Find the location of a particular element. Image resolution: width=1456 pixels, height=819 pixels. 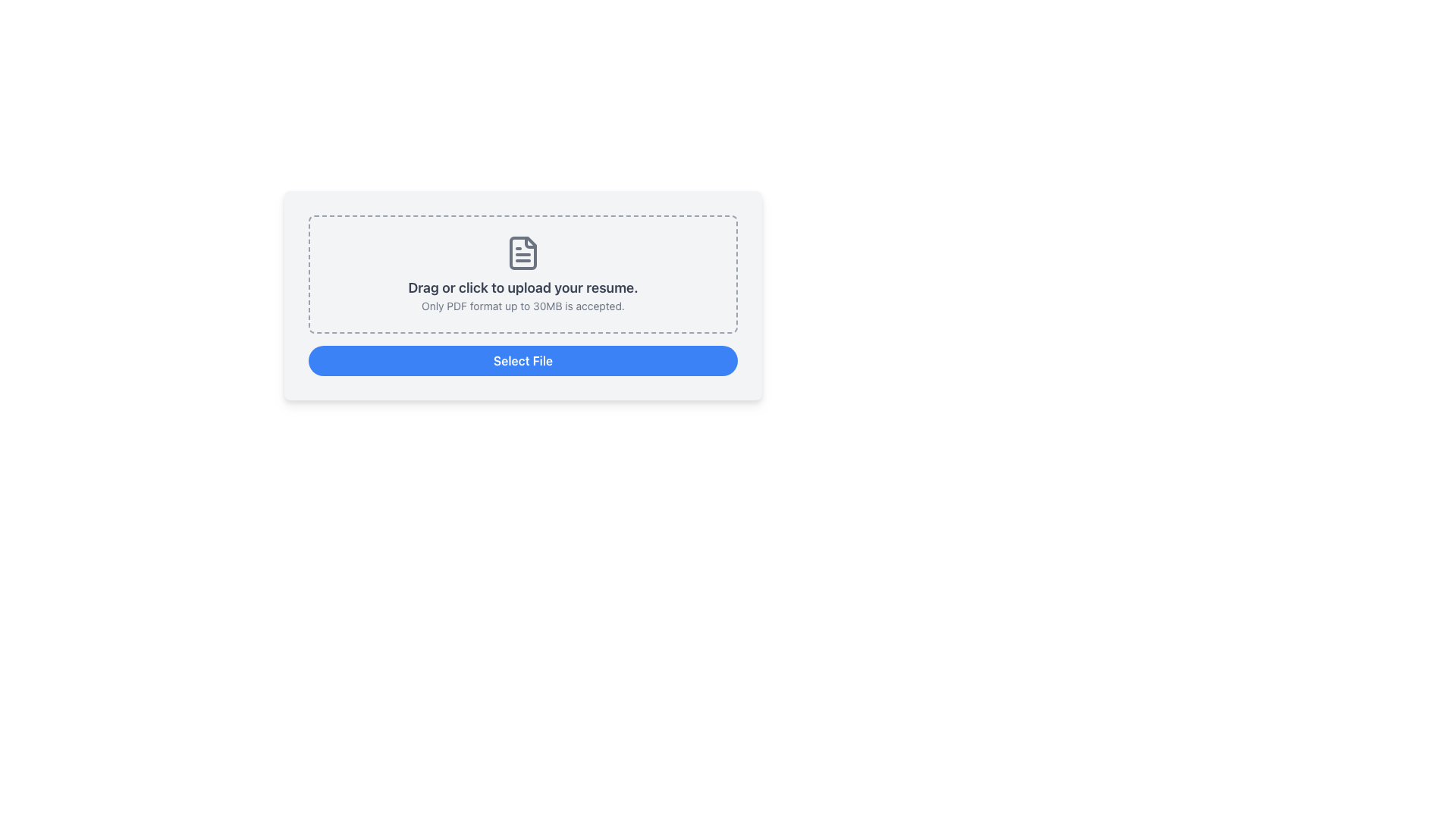

the second text label that provides instructions for the file upload feature, located centrally below the graphical file icon and above a smaller caption text within a dashed-border box is located at coordinates (523, 288).